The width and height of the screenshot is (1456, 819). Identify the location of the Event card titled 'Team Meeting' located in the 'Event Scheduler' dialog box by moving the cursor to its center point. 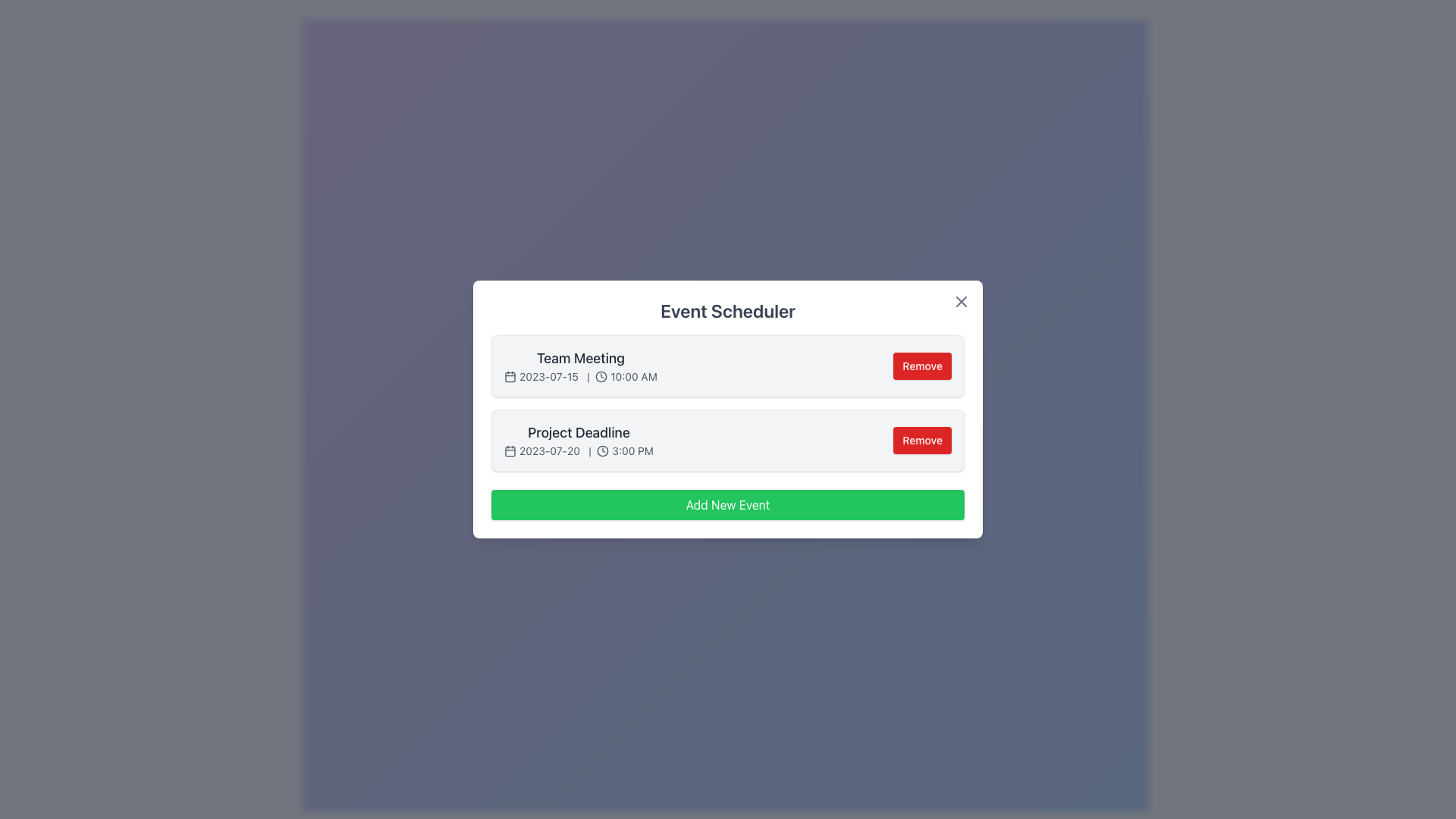
(728, 366).